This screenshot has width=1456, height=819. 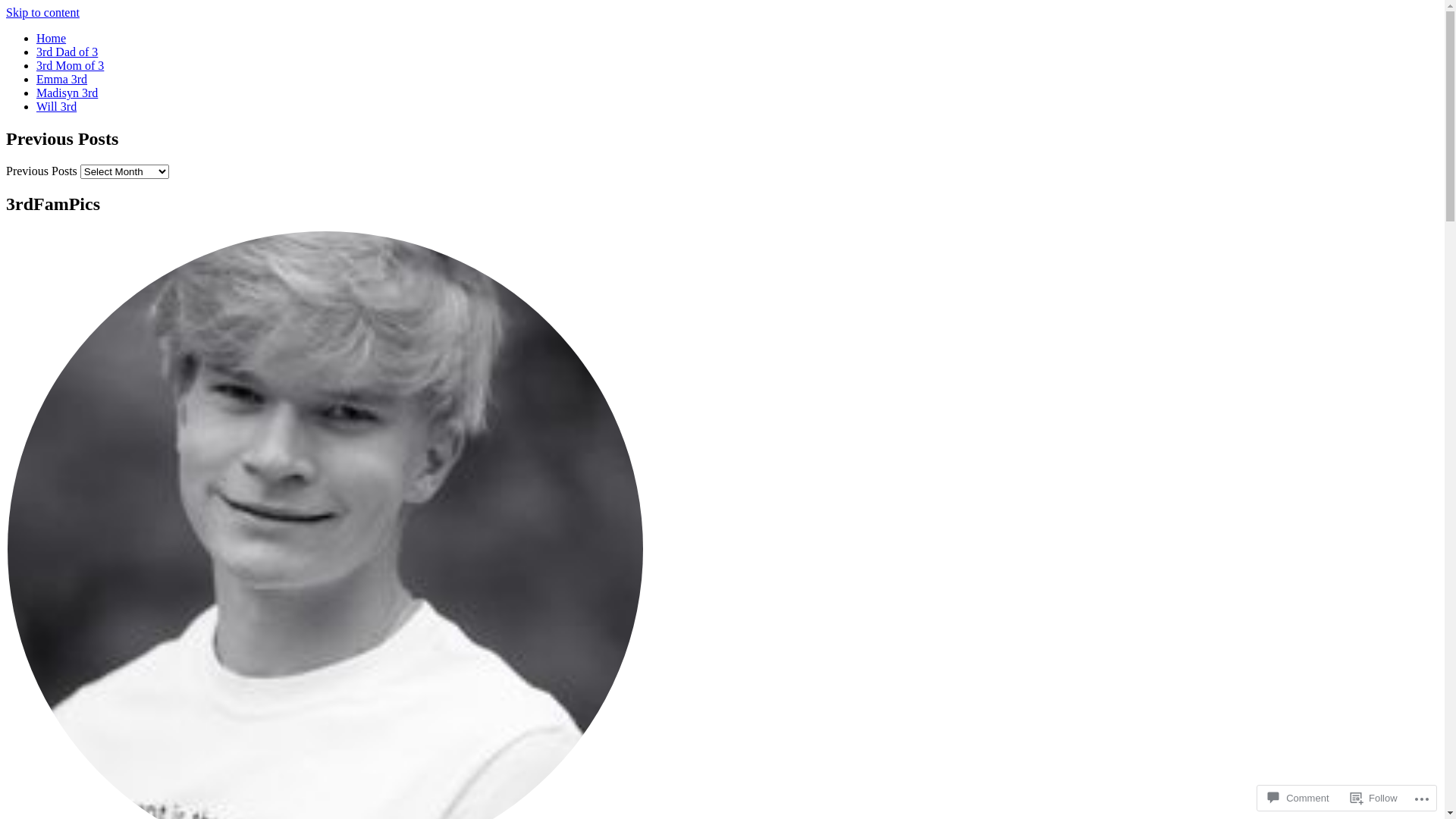 What do you see at coordinates (36, 105) in the screenshot?
I see `'Will 3rd'` at bounding box center [36, 105].